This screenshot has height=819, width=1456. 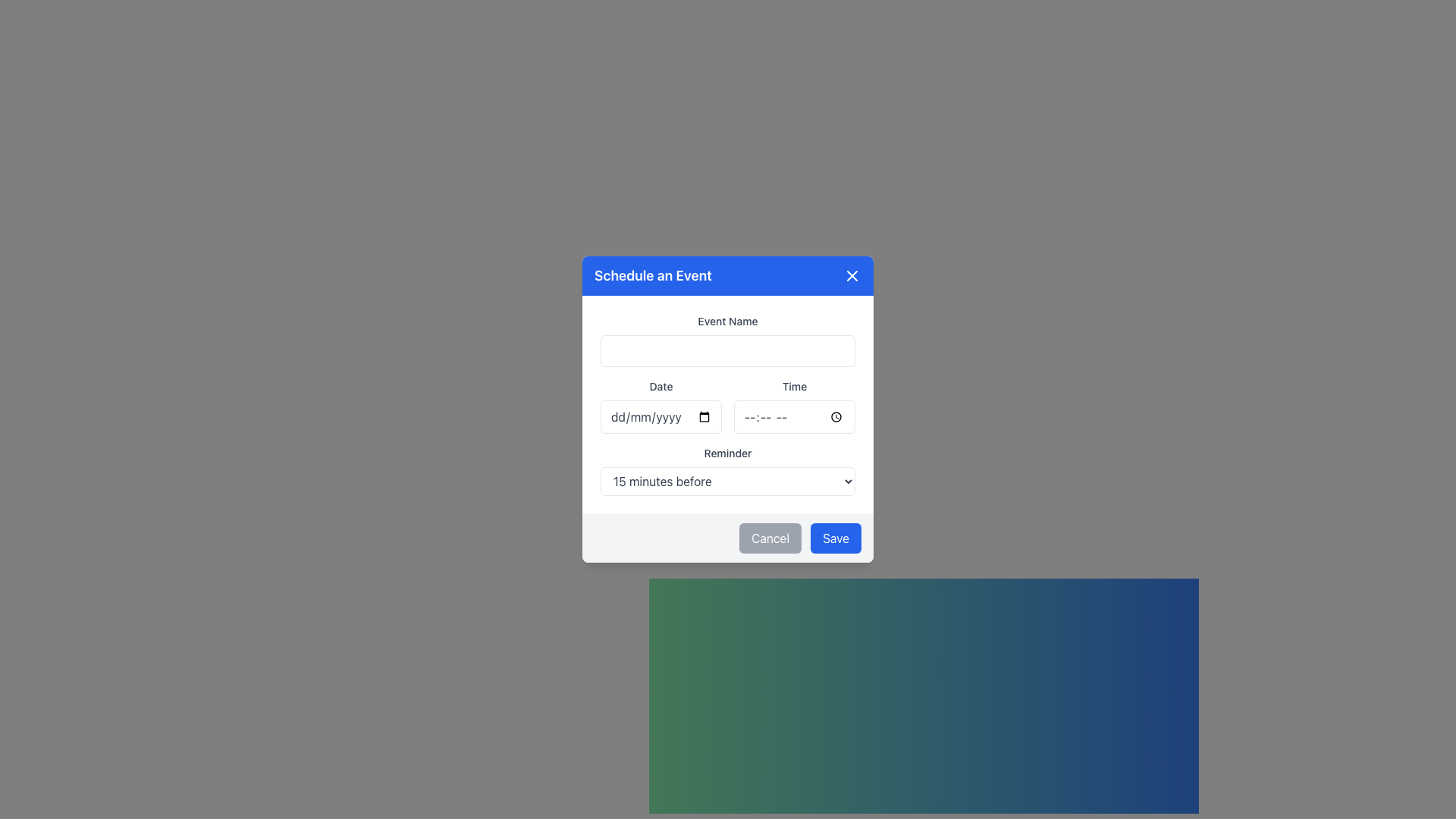 What do you see at coordinates (661, 406) in the screenshot?
I see `the calendar icon in the date input field of the 'Schedule an Event' modal dialog` at bounding box center [661, 406].